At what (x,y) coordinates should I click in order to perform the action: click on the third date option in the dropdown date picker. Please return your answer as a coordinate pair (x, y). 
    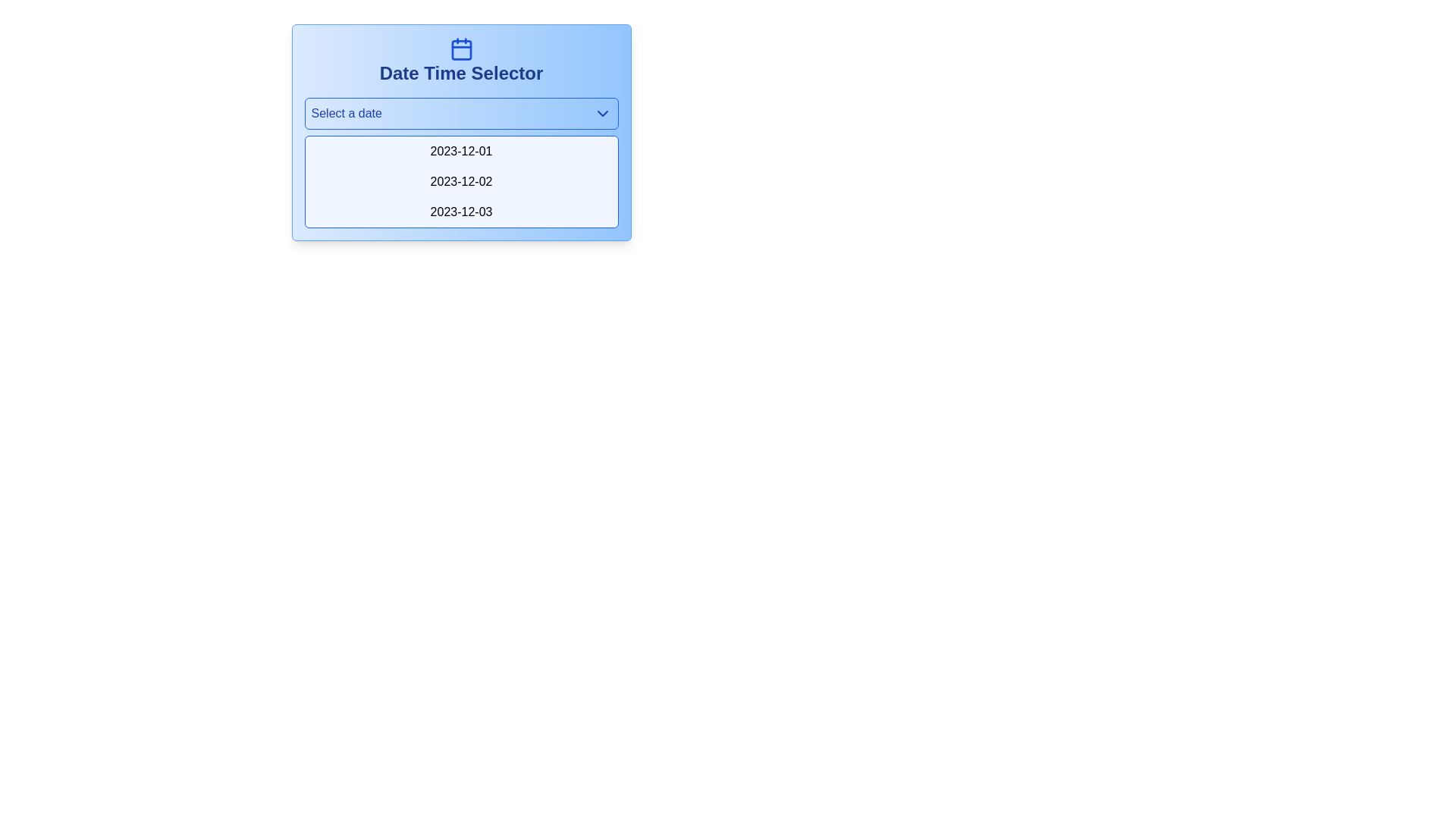
    Looking at the image, I should click on (460, 212).